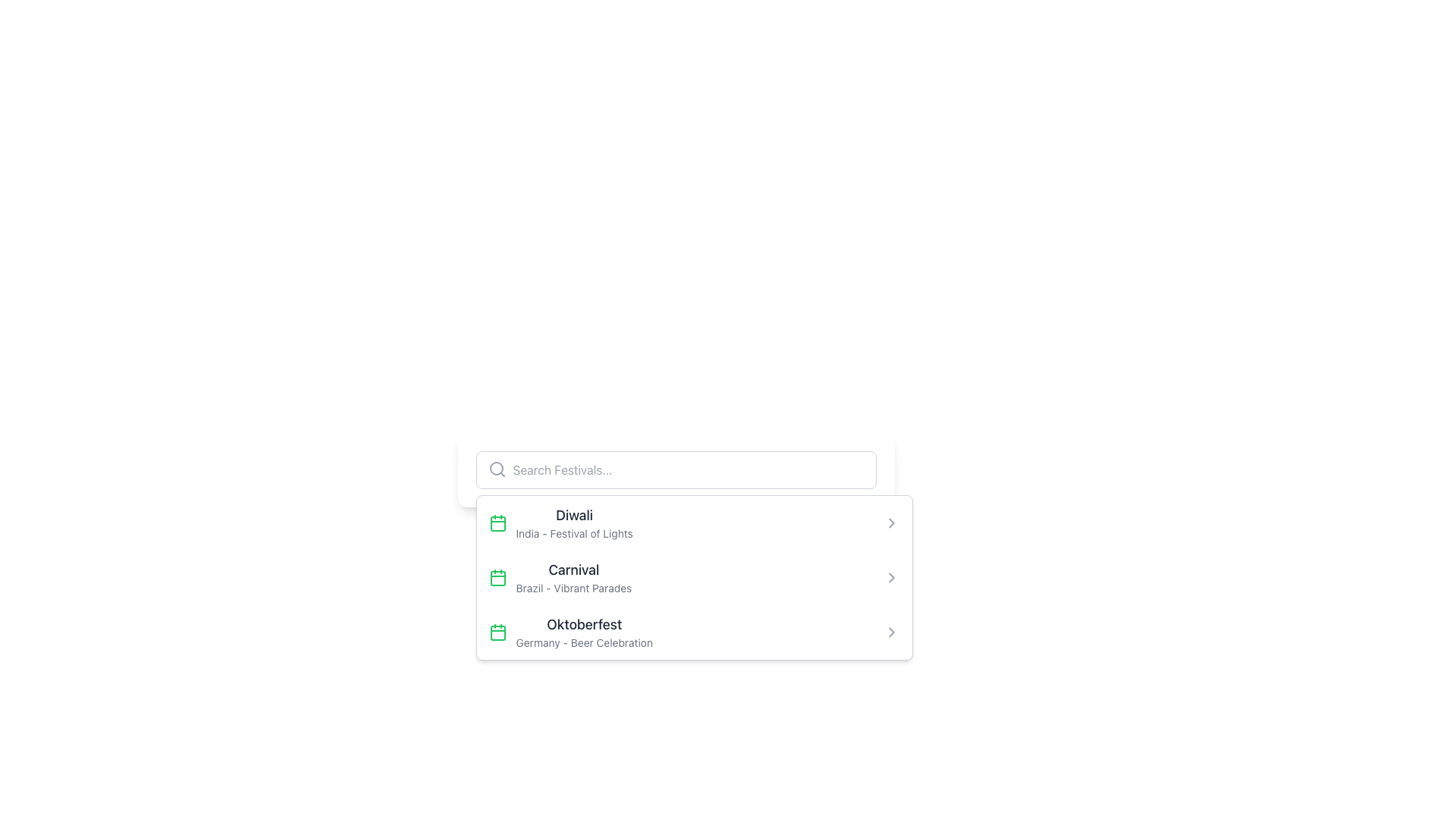  What do you see at coordinates (497, 522) in the screenshot?
I see `the green outline calendar icon located to the left of the text 'Diwali' in the list entry` at bounding box center [497, 522].